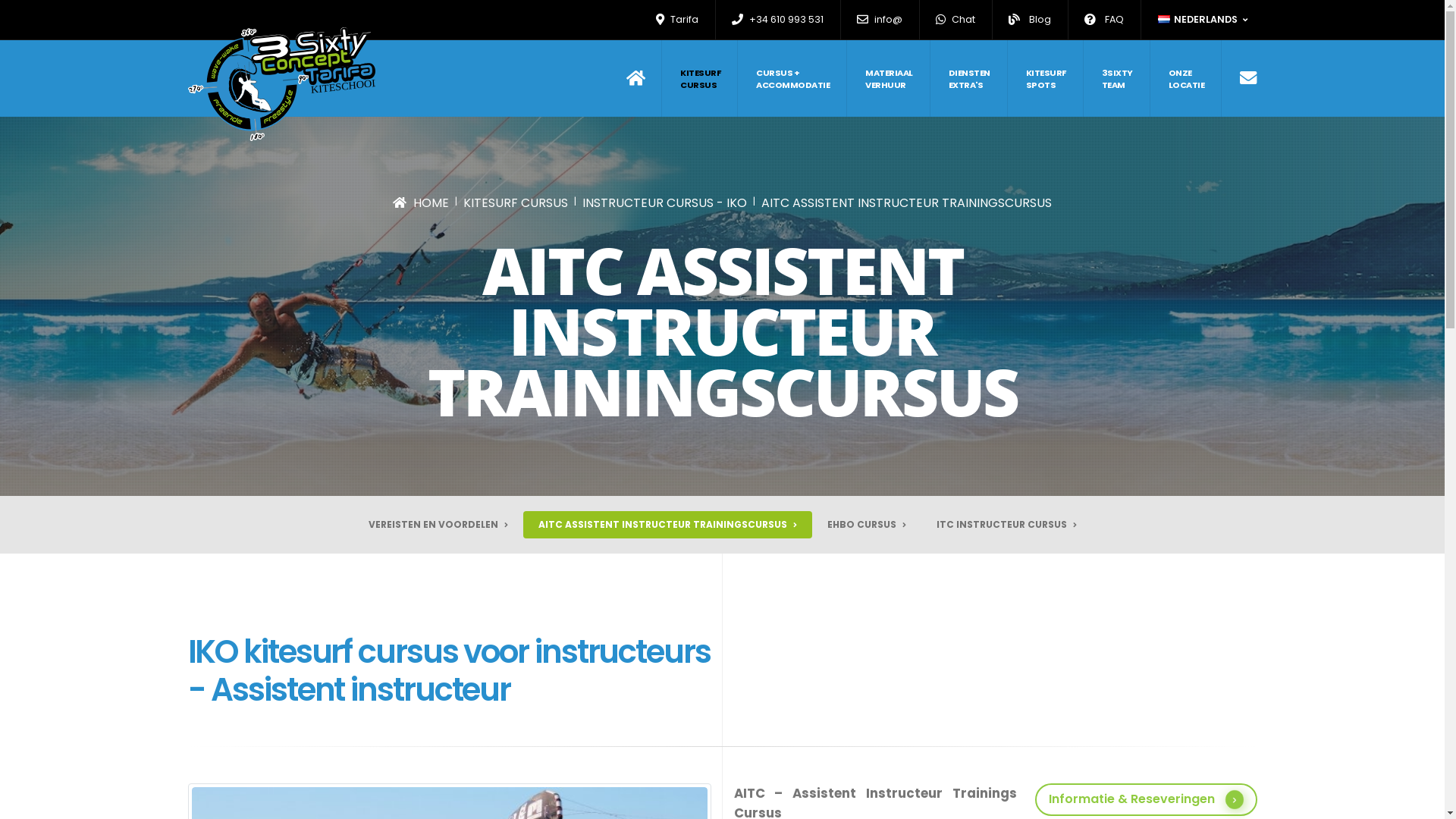 Image resolution: width=1456 pixels, height=819 pixels. Describe the element at coordinates (1044, 78) in the screenshot. I see `'KITESURF SPOTS'` at that location.